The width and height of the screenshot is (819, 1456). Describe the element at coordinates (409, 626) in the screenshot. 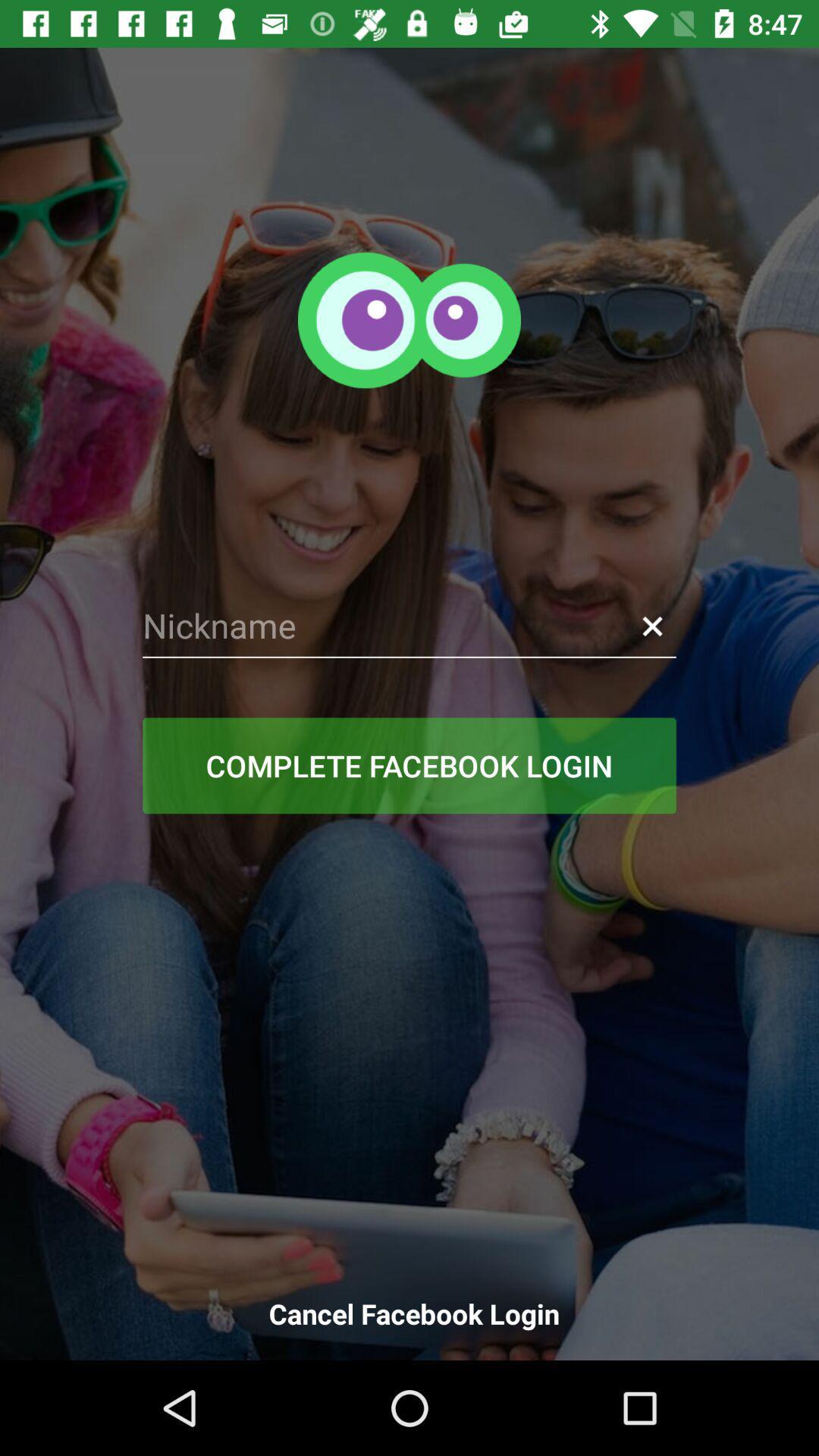

I see `bet name` at that location.